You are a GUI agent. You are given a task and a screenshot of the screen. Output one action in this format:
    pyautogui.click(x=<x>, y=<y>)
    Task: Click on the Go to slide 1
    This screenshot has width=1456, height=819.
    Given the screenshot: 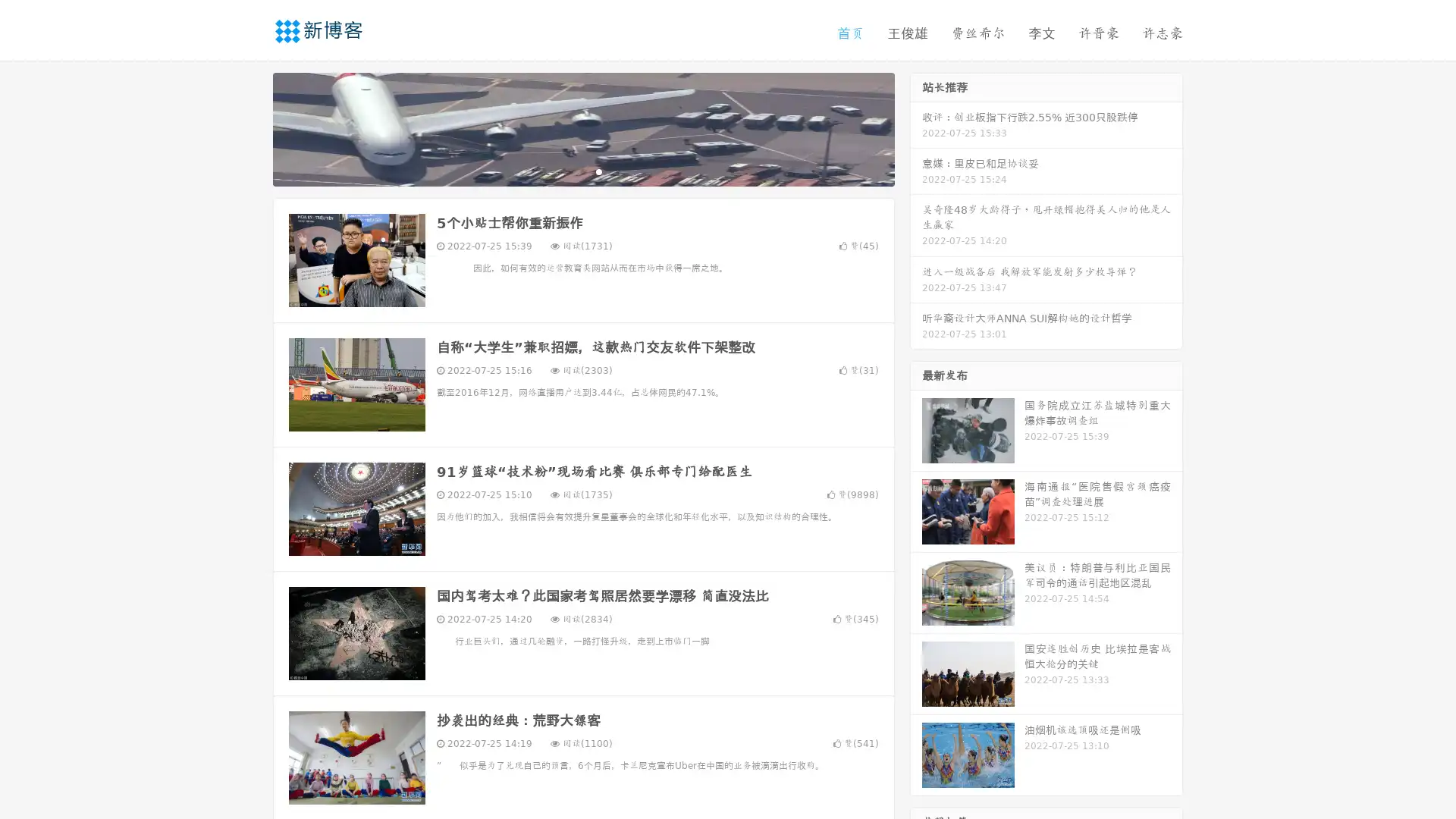 What is the action you would take?
    pyautogui.click(x=567, y=171)
    